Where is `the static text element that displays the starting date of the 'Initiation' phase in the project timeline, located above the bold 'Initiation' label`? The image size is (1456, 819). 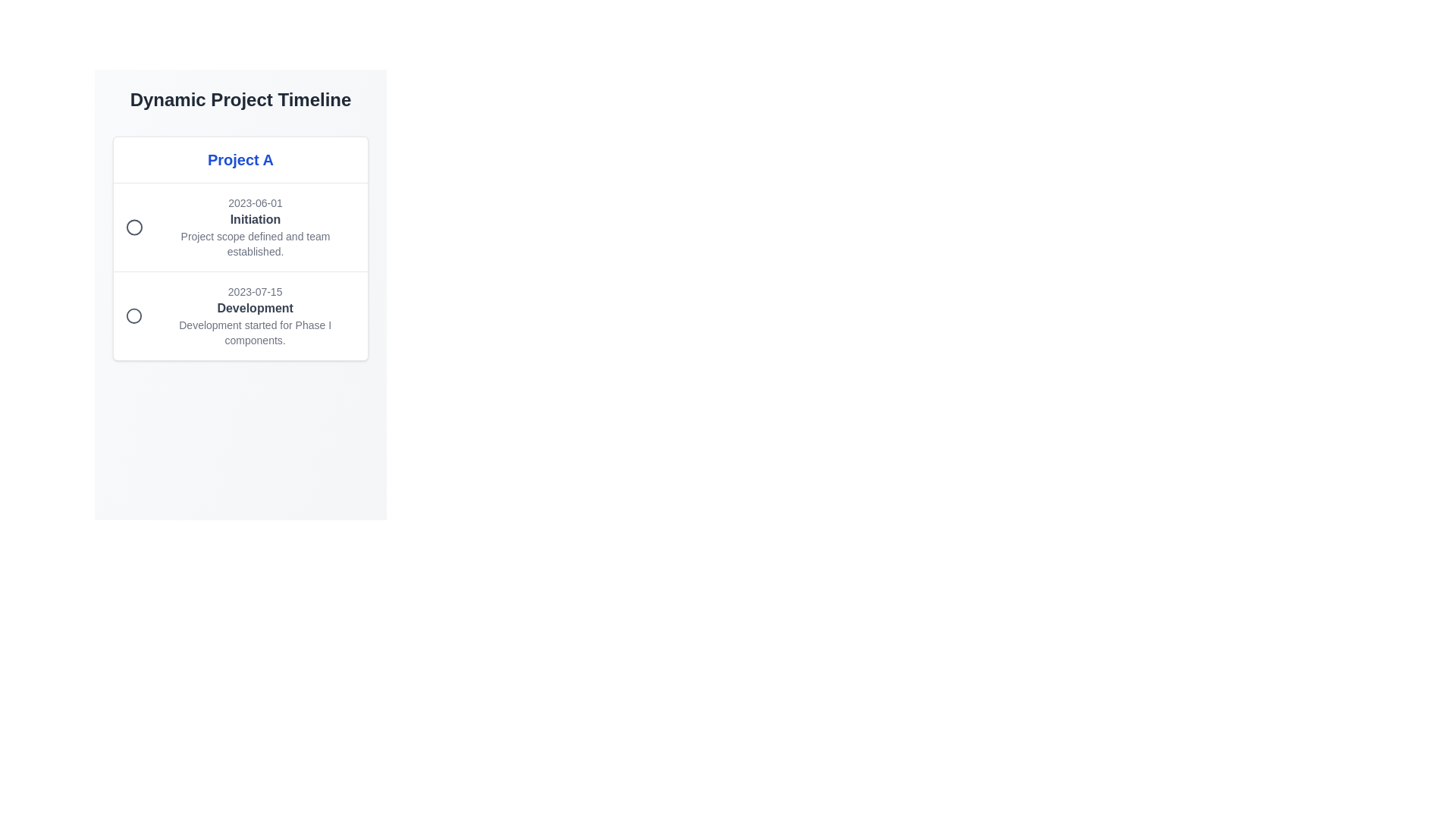 the static text element that displays the starting date of the 'Initiation' phase in the project timeline, located above the bold 'Initiation' label is located at coordinates (255, 202).